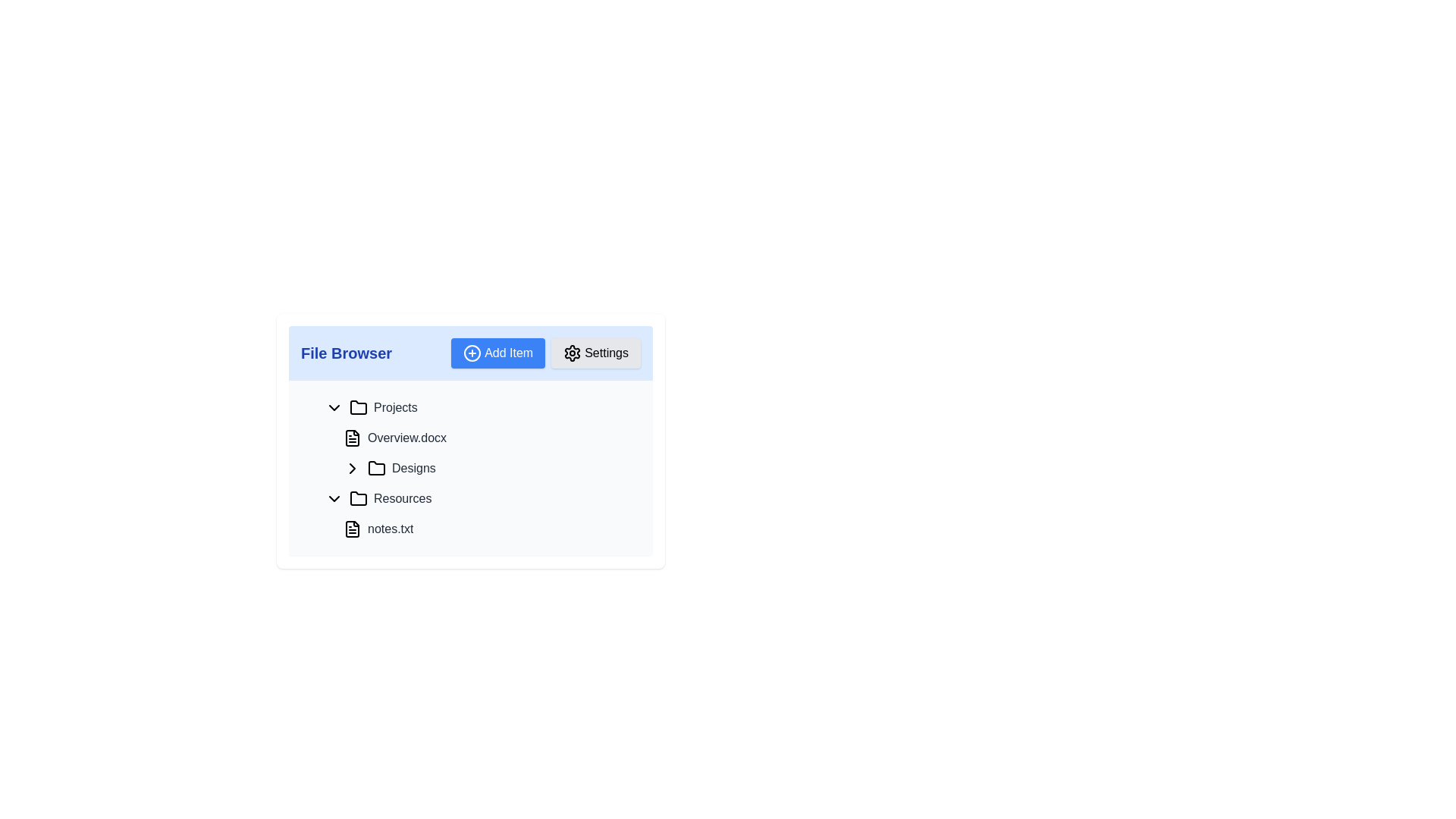 This screenshot has width=1456, height=819. I want to click on text of the 'Designs' label located under the 'Projects' folder in the file browser interface, so click(413, 467).